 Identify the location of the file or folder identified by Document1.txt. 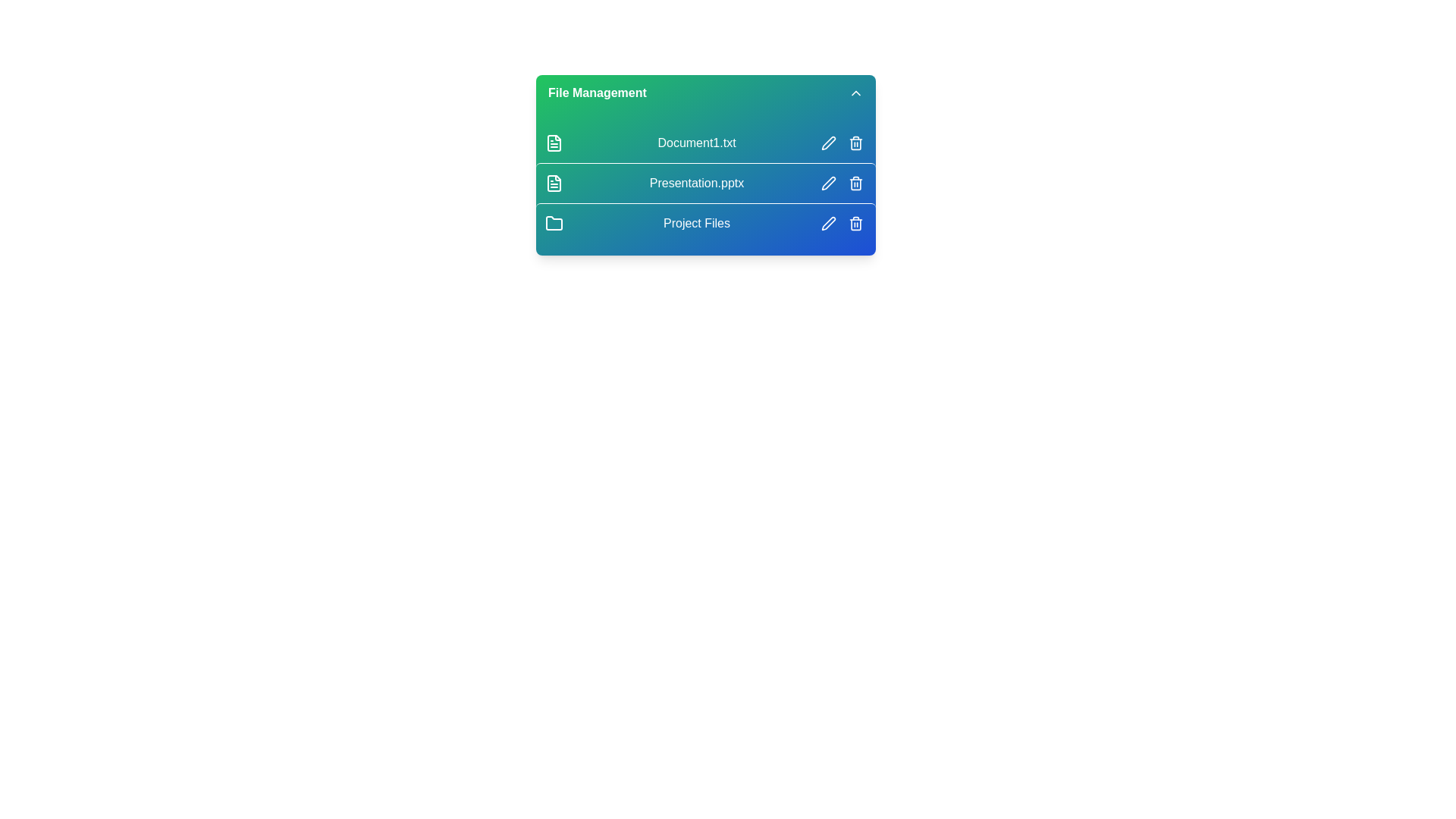
(705, 143).